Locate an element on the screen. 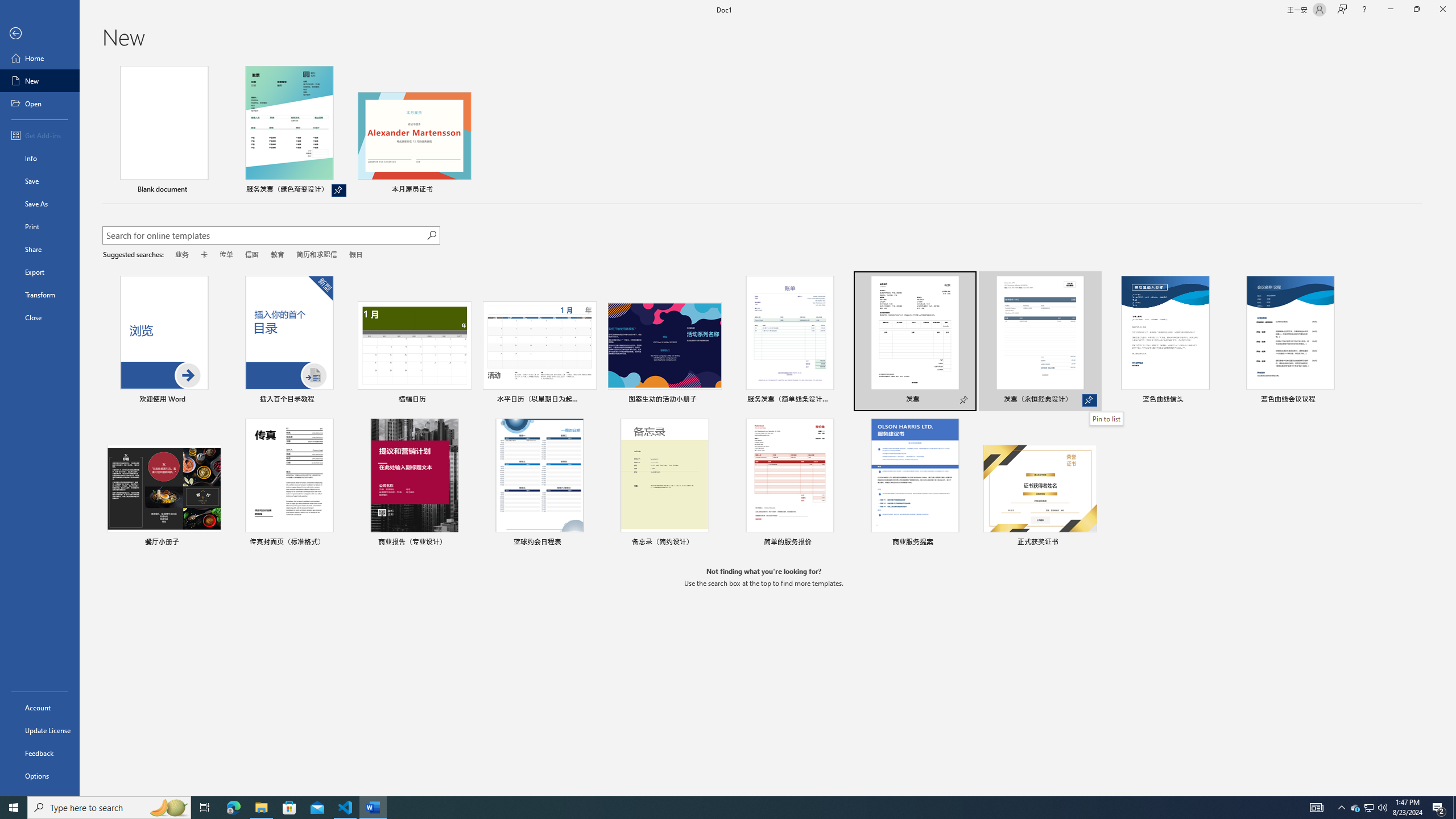  'Share' is located at coordinates (39, 248).